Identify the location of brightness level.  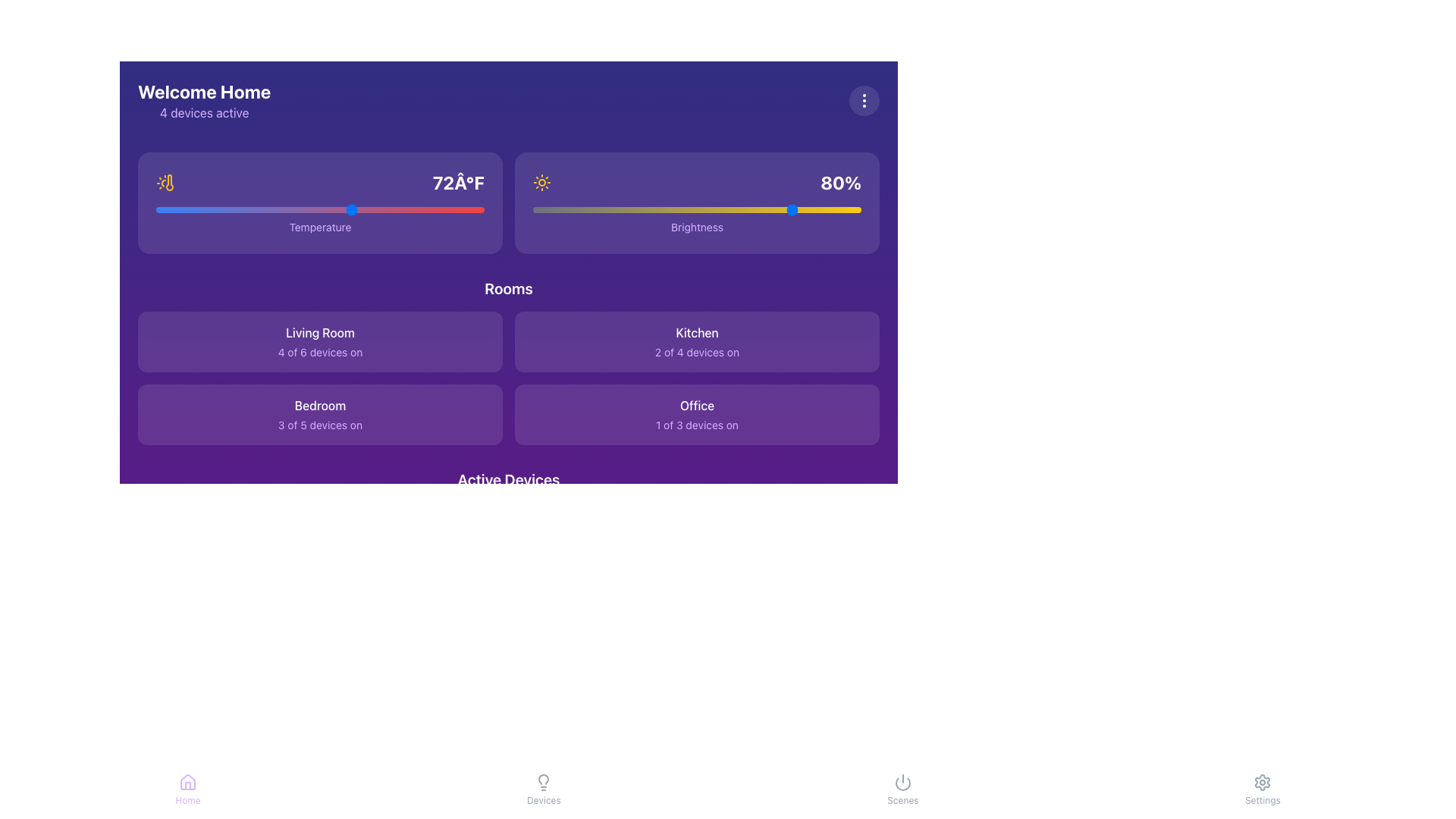
(733, 210).